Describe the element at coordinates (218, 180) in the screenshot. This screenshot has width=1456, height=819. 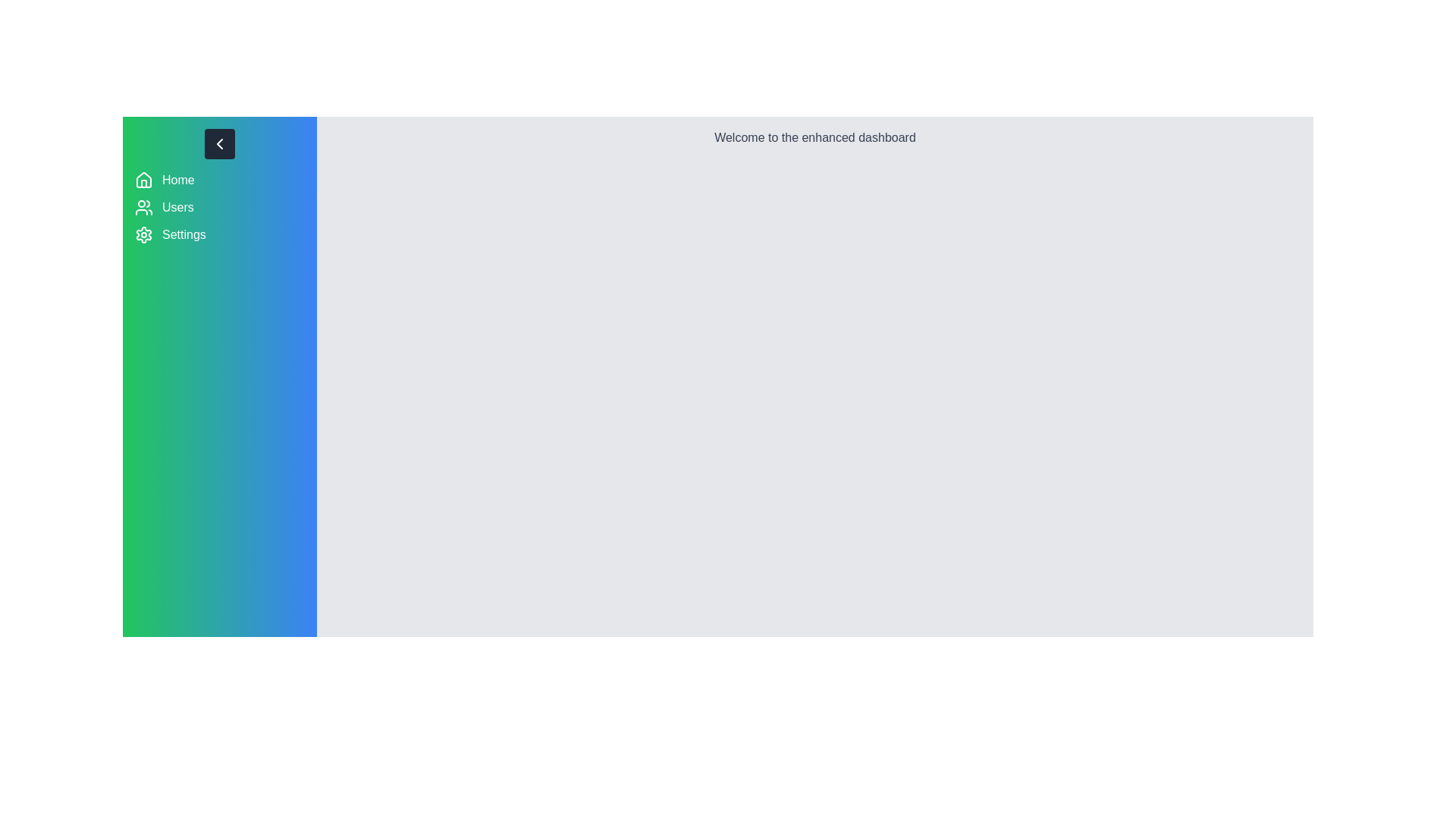
I see `the menu item Home by clicking on it` at that location.